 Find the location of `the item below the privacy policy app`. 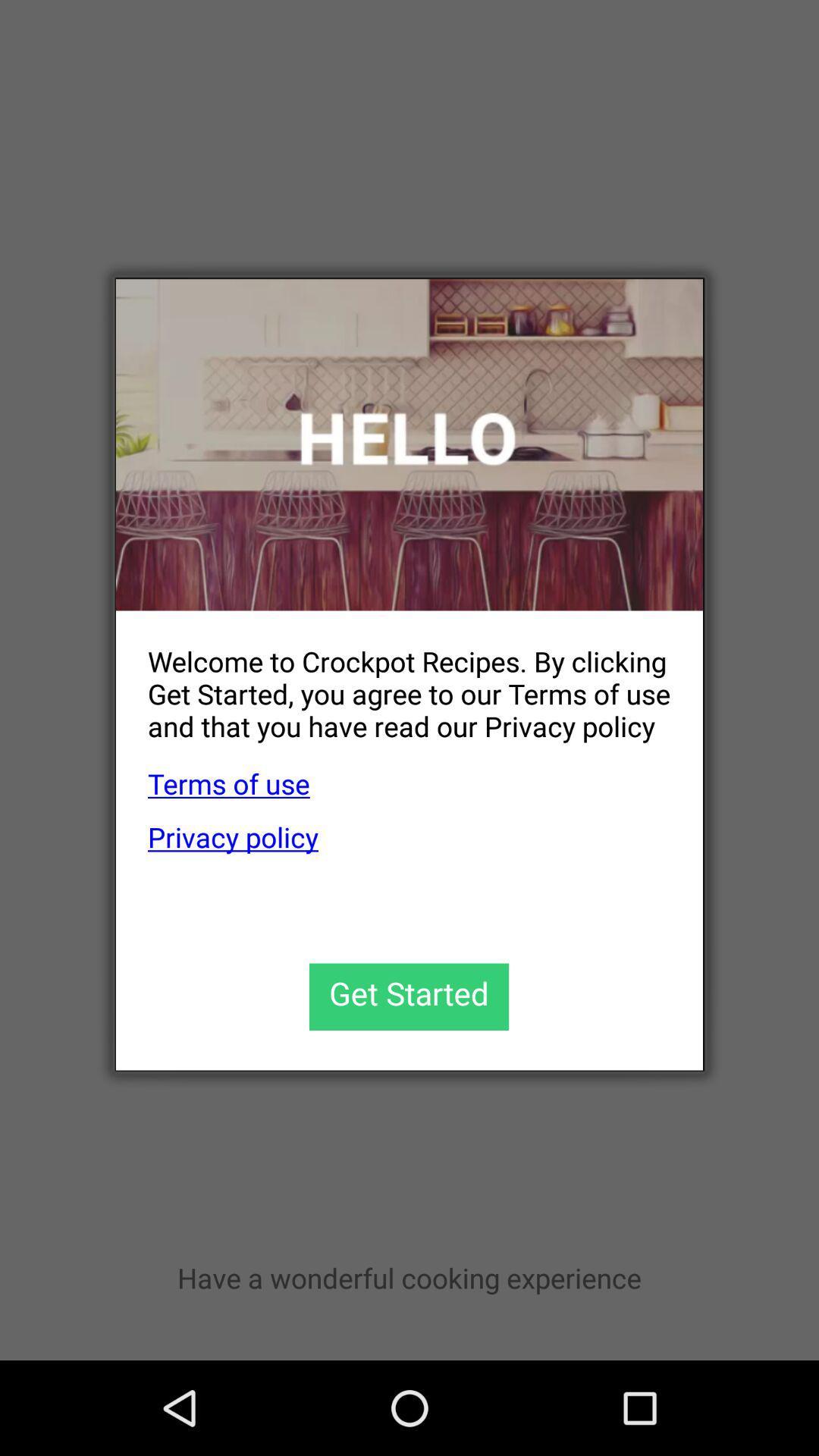

the item below the privacy policy app is located at coordinates (408, 996).